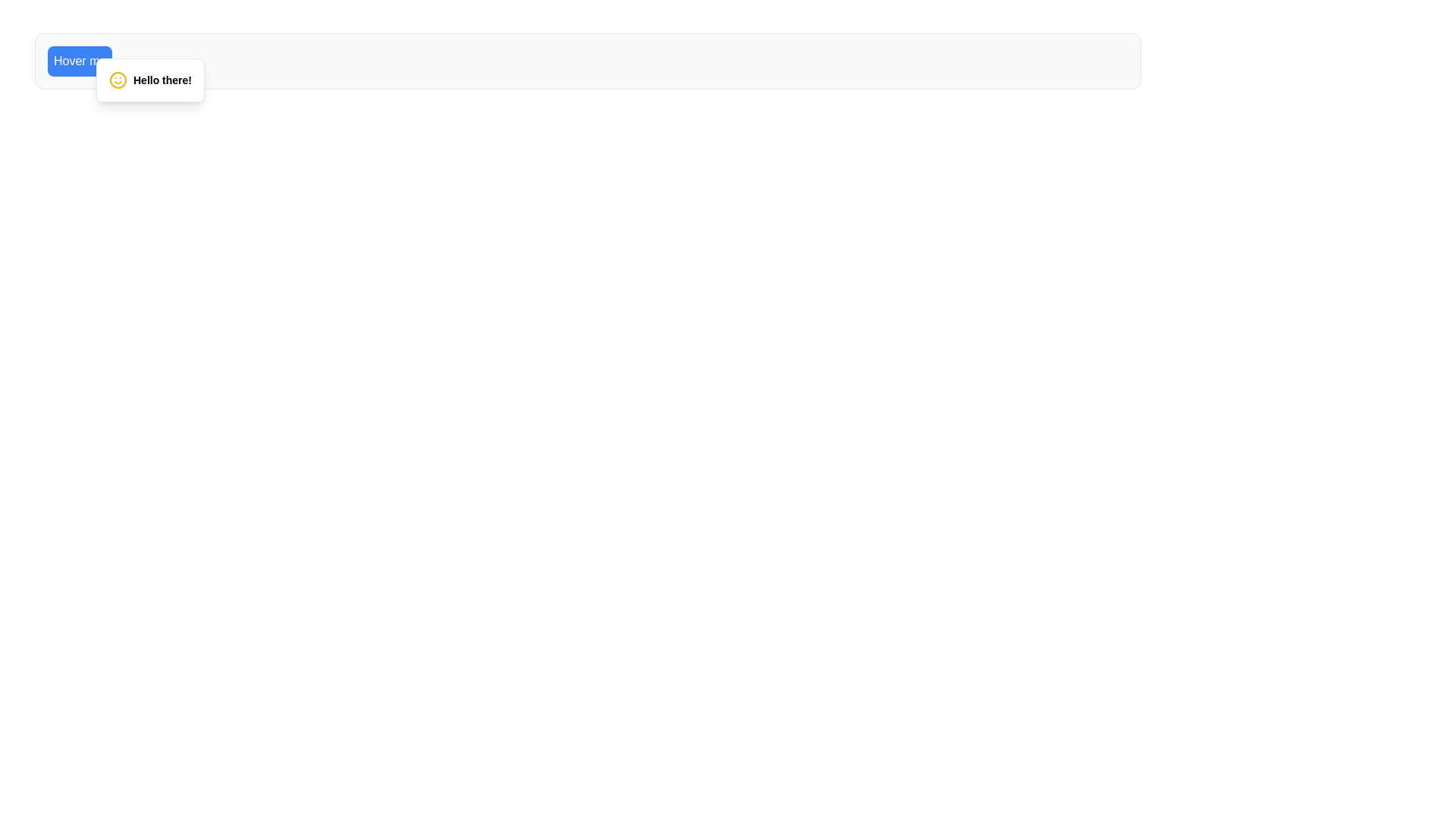 This screenshot has height=819, width=1456. Describe the element at coordinates (150, 80) in the screenshot. I see `the text inside the informational tooltip that appears to the right of the 'Hover me' button, which is centered in a white rectangular box with rounded corners` at that location.